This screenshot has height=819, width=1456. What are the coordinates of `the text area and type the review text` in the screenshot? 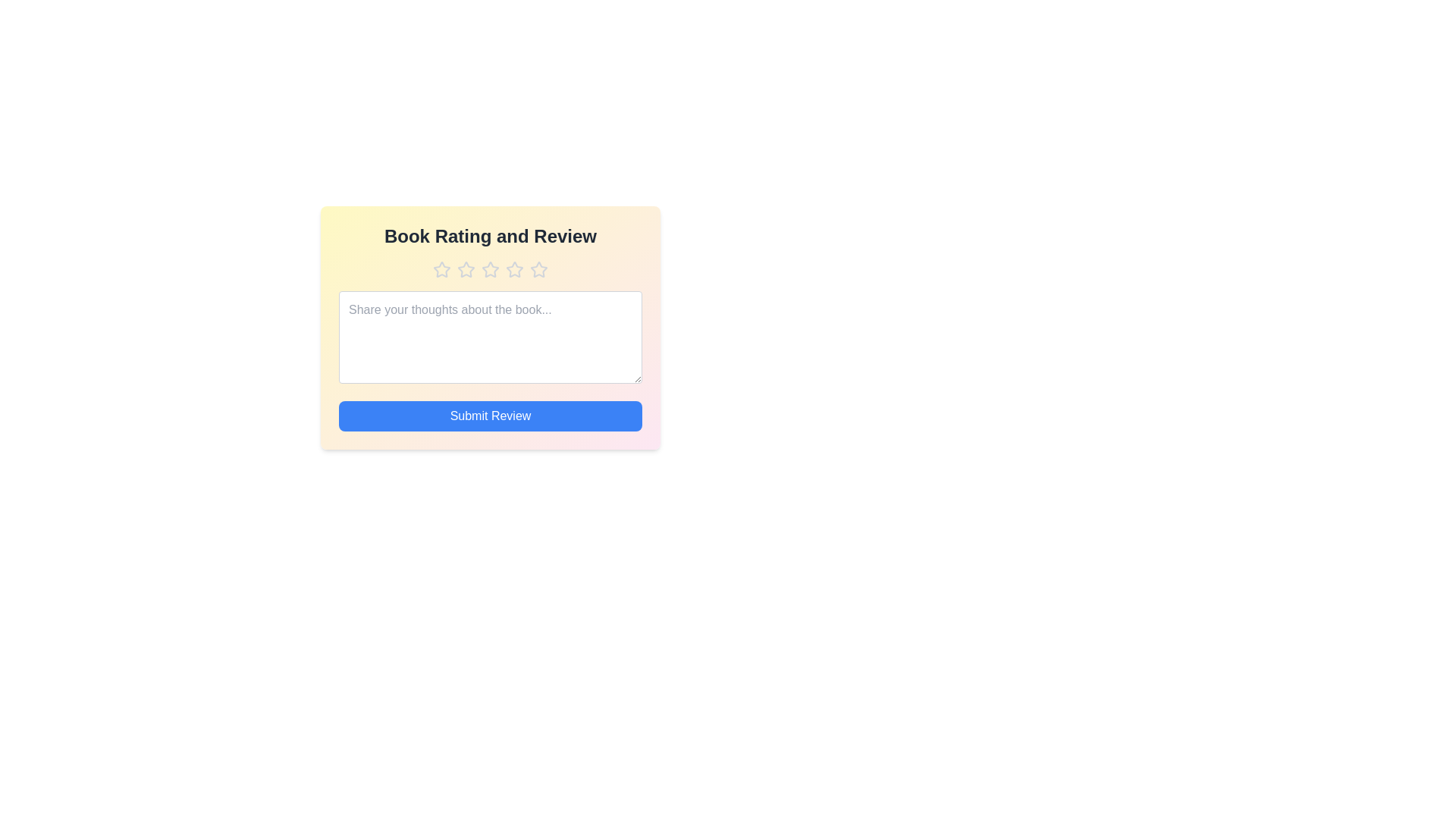 It's located at (491, 336).